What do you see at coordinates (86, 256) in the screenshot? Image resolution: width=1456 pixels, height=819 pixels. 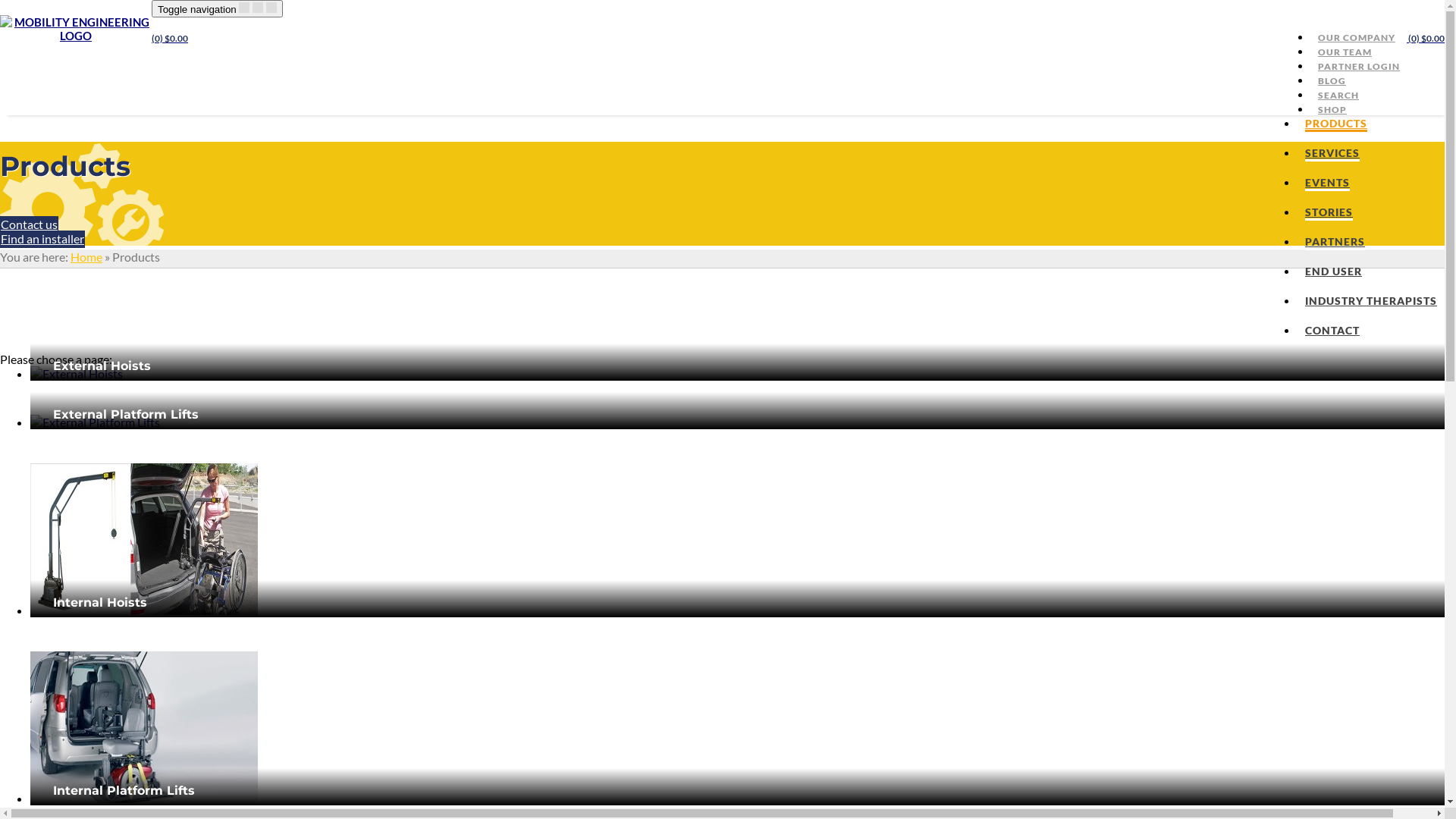 I see `'Home'` at bounding box center [86, 256].